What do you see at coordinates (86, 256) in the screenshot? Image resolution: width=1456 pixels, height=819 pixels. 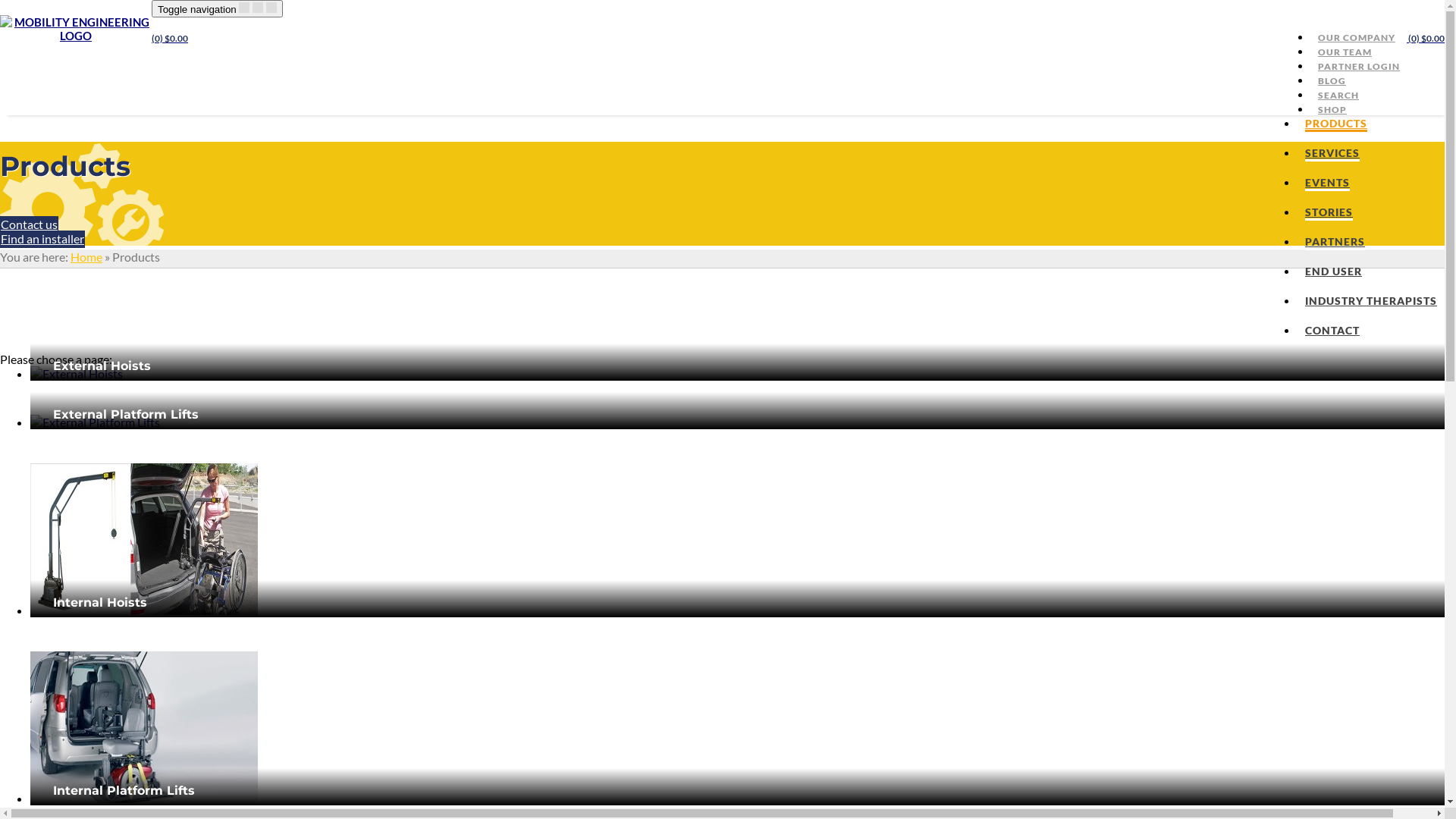 I see `'Home'` at bounding box center [86, 256].